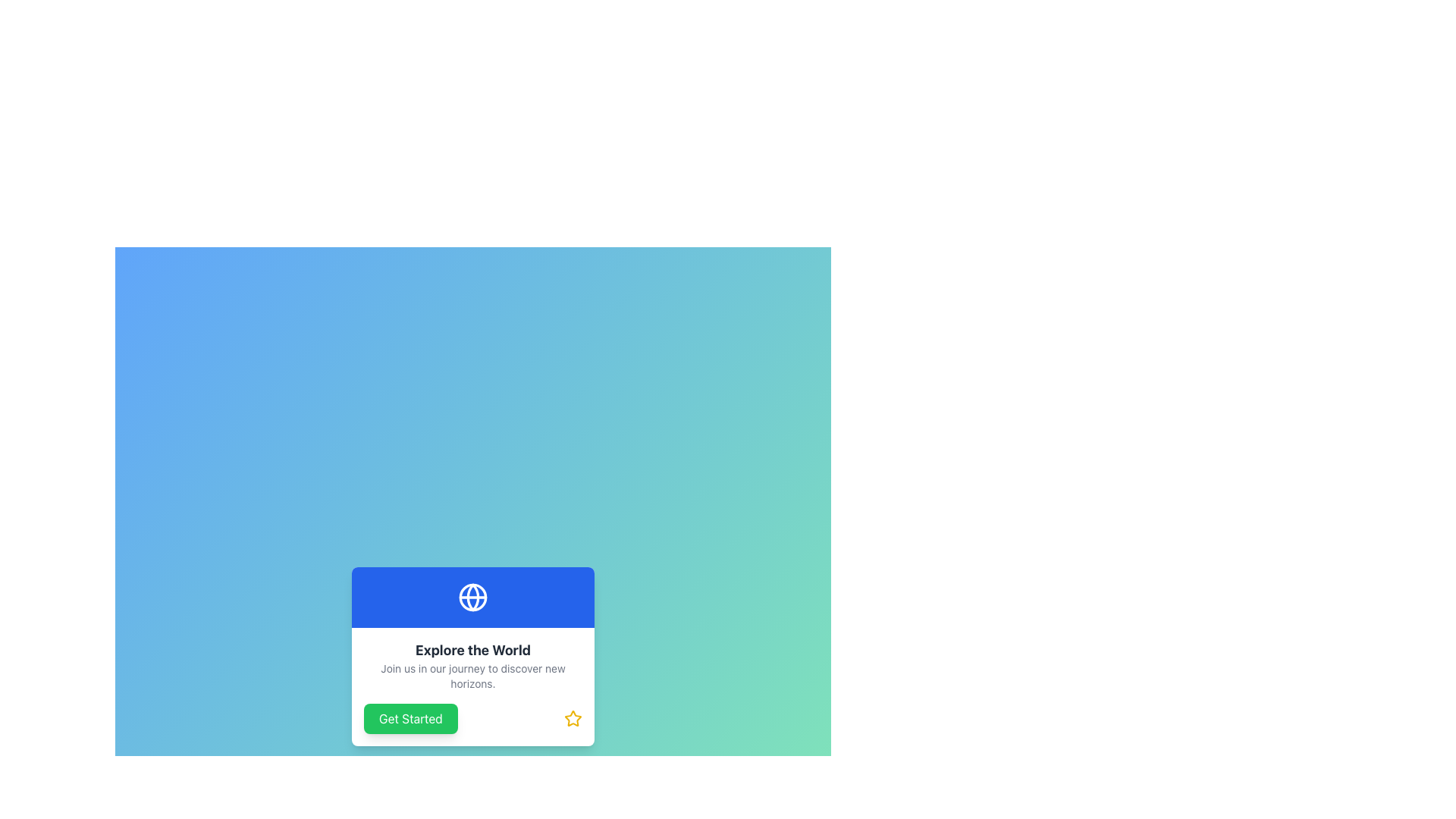 This screenshot has width=1456, height=819. What do you see at coordinates (572, 717) in the screenshot?
I see `the icon located in the bottom right corner of the card interface that contains the title 'Explore the World' and the green button labeled 'Get Started'` at bounding box center [572, 717].